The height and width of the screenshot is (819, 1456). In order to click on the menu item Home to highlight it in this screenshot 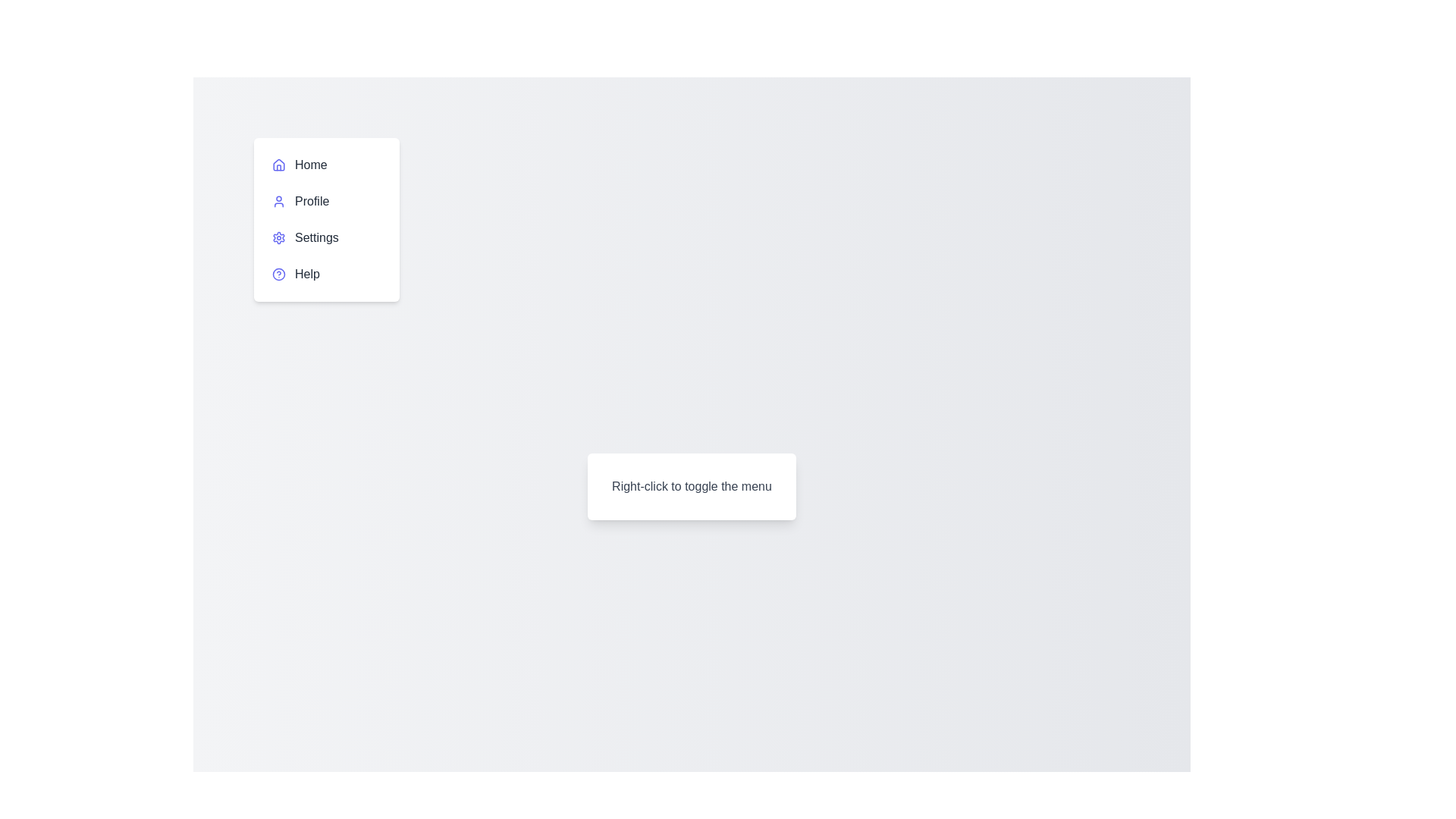, I will do `click(326, 165)`.